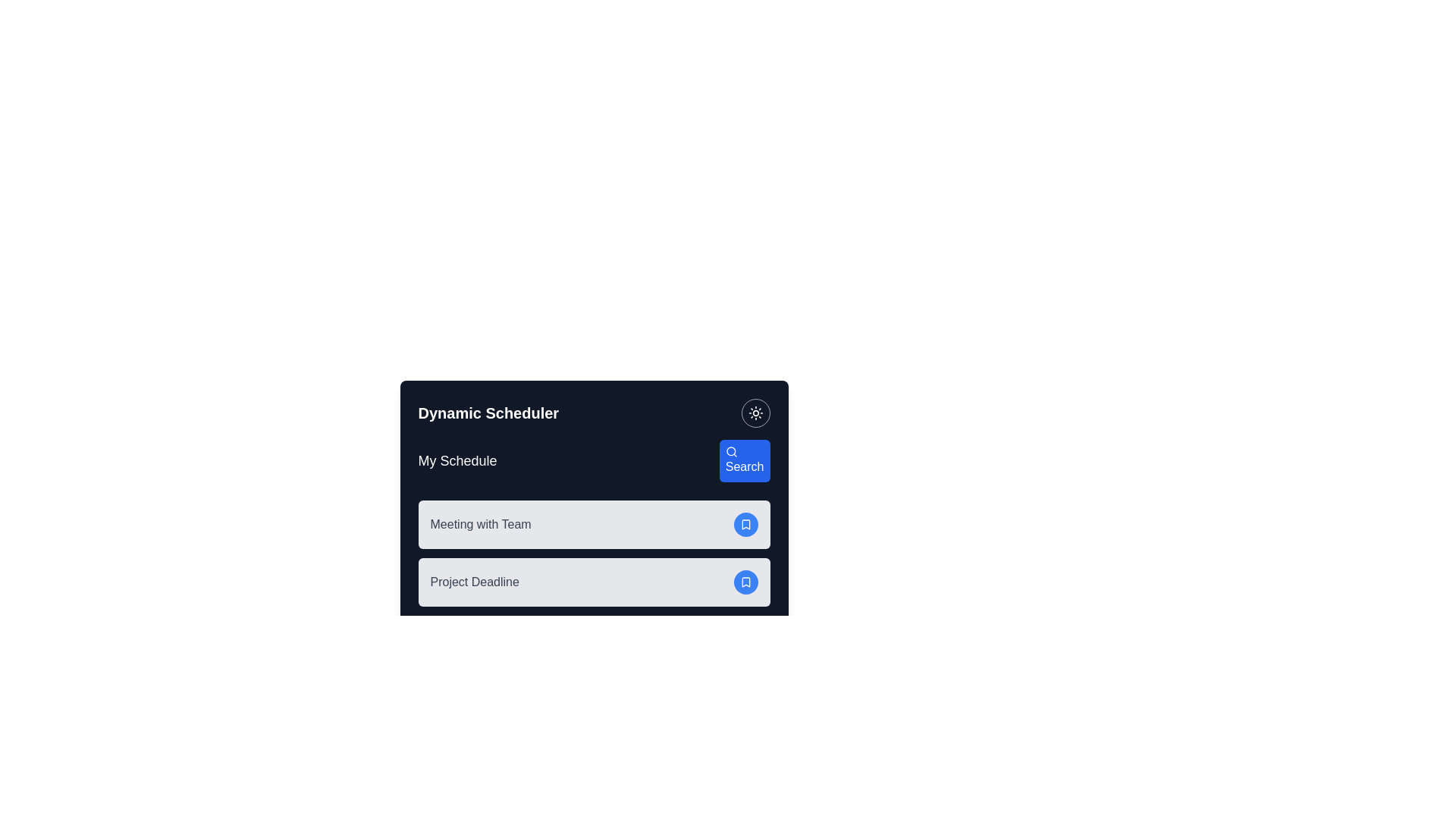  Describe the element at coordinates (731, 451) in the screenshot. I see `the magnifying glass icon within the 'Search' button in the upper right corner of the 'Dynamic Scheduler' interface` at that location.